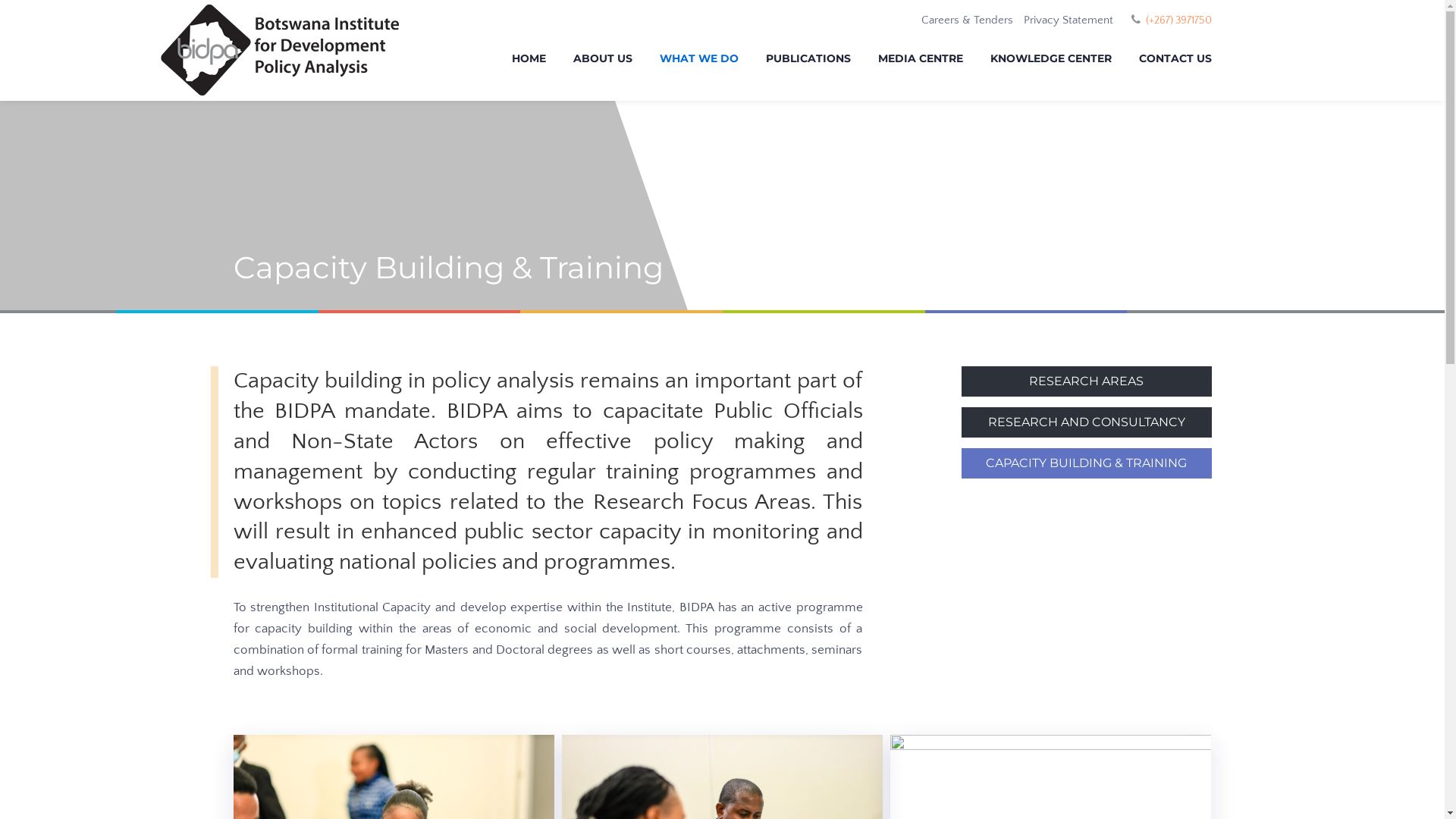  Describe the element at coordinates (920, 61) in the screenshot. I see `'MEDIA CENTRE'` at that location.